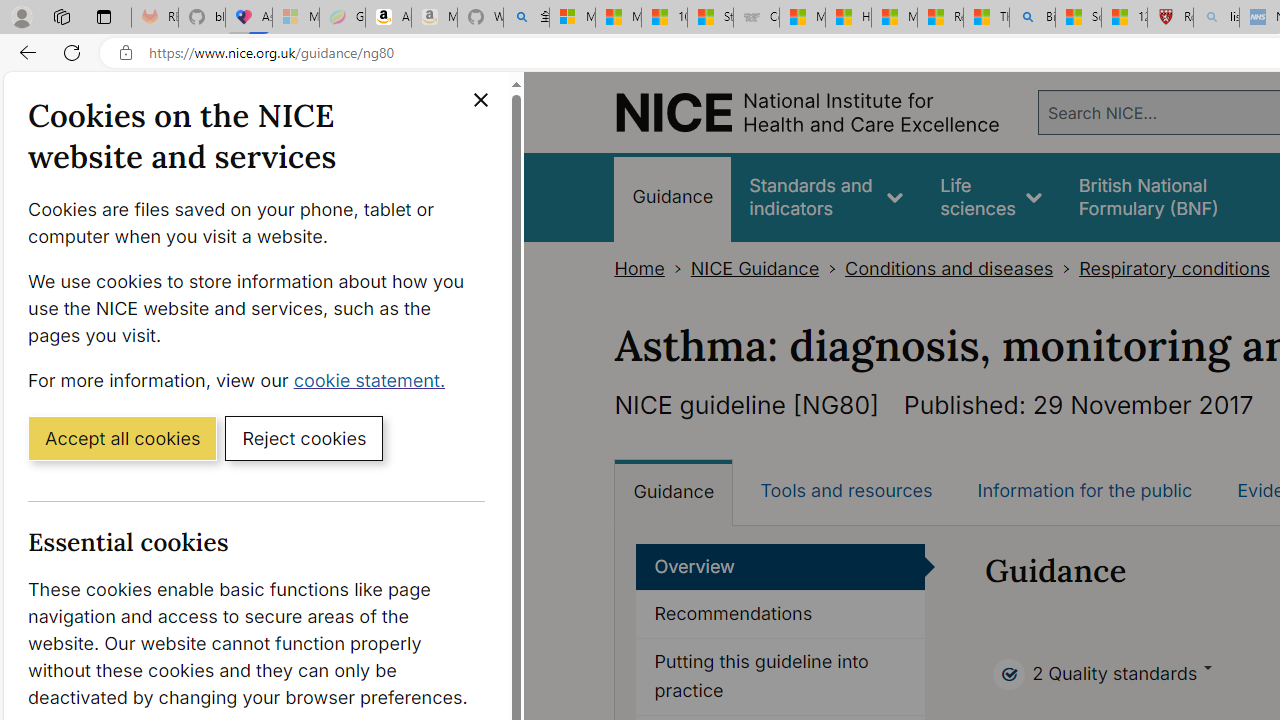 Image resolution: width=1280 pixels, height=720 pixels. I want to click on 'cookie statement. (Opens in a new window)', so click(373, 379).